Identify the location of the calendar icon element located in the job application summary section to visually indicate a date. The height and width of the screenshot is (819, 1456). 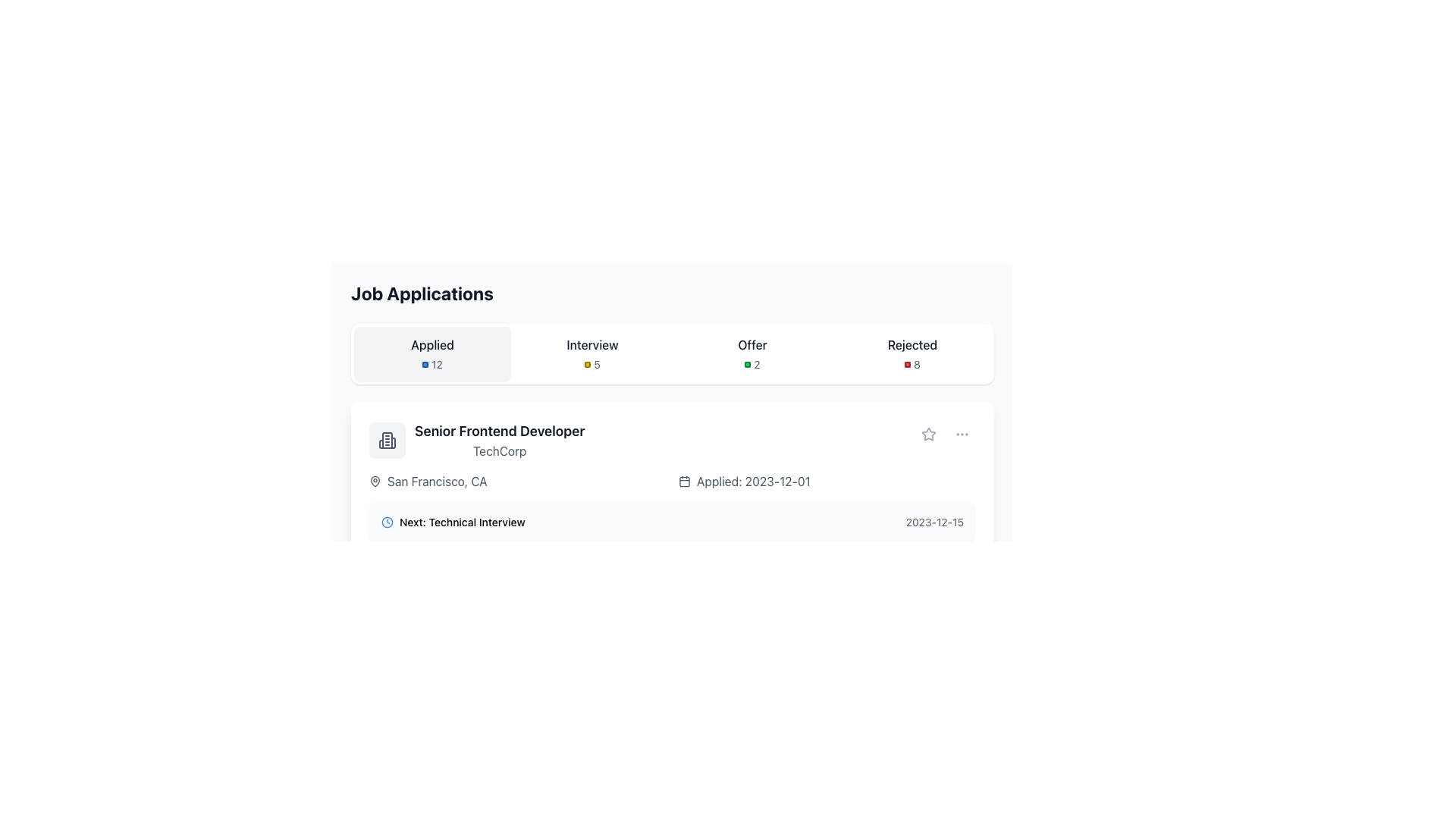
(683, 482).